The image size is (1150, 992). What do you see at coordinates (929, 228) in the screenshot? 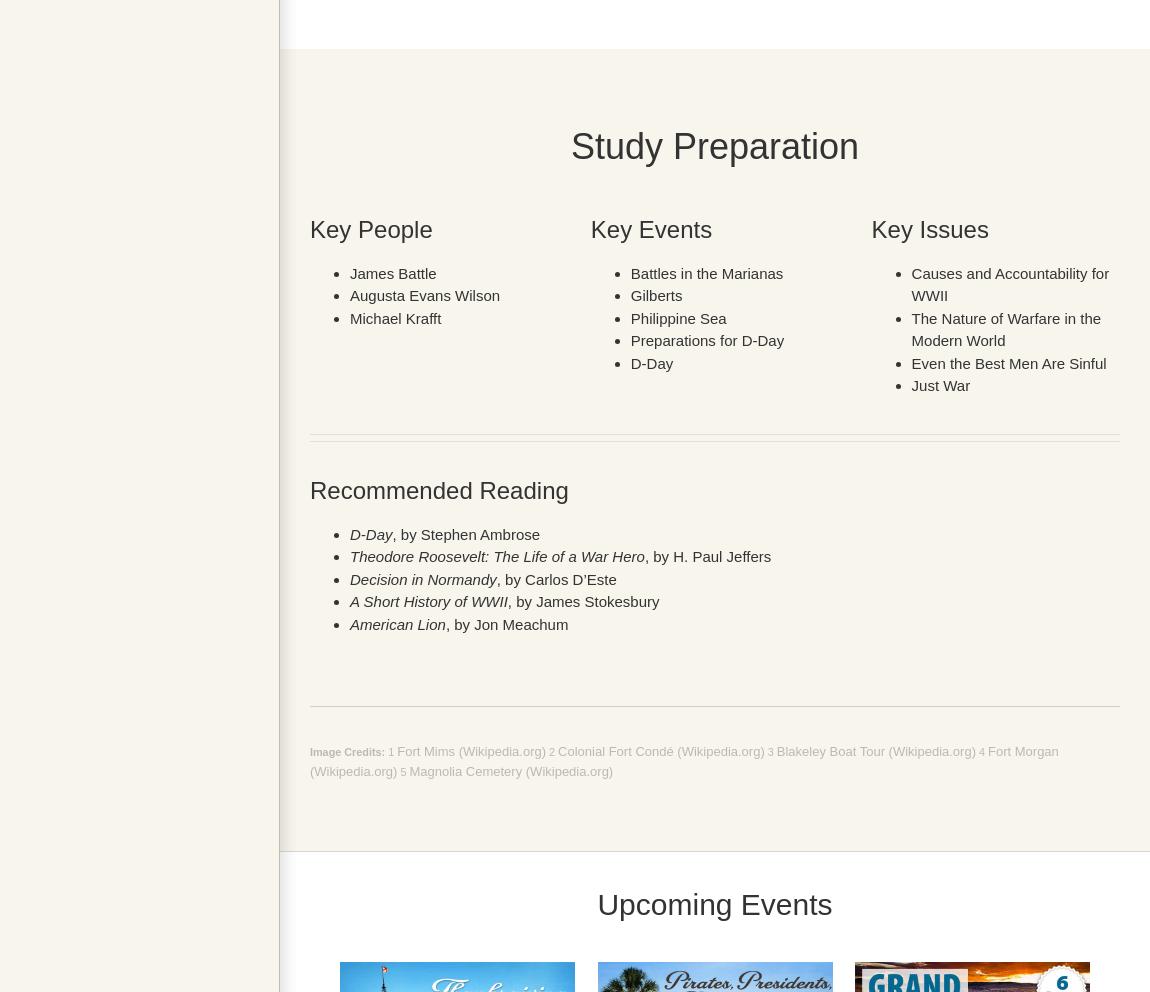
I see `'Key Issues'` at bounding box center [929, 228].